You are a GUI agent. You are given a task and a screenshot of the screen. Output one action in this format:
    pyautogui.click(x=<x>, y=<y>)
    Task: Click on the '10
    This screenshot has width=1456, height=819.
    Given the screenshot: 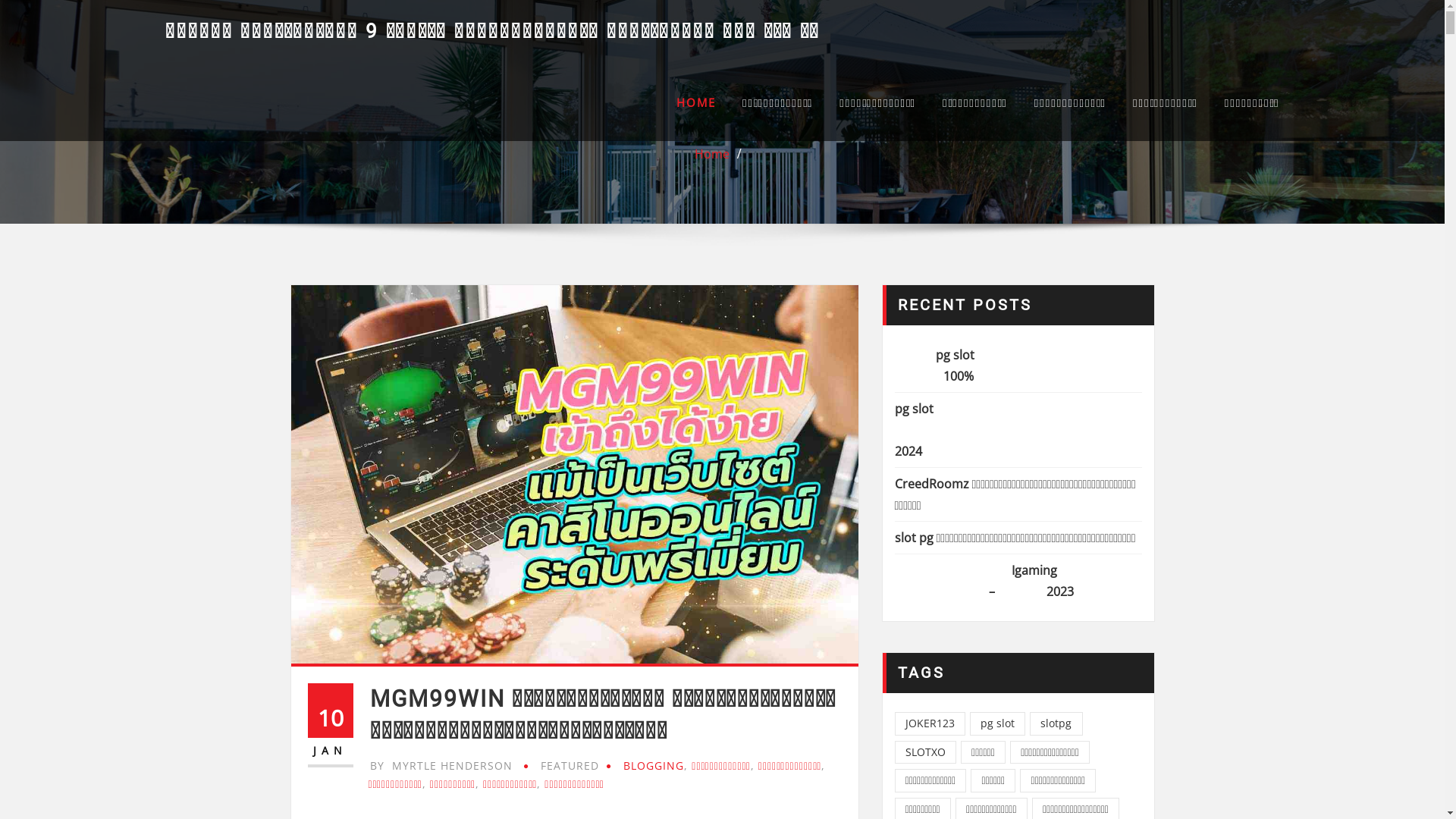 What is the action you would take?
    pyautogui.click(x=307, y=724)
    